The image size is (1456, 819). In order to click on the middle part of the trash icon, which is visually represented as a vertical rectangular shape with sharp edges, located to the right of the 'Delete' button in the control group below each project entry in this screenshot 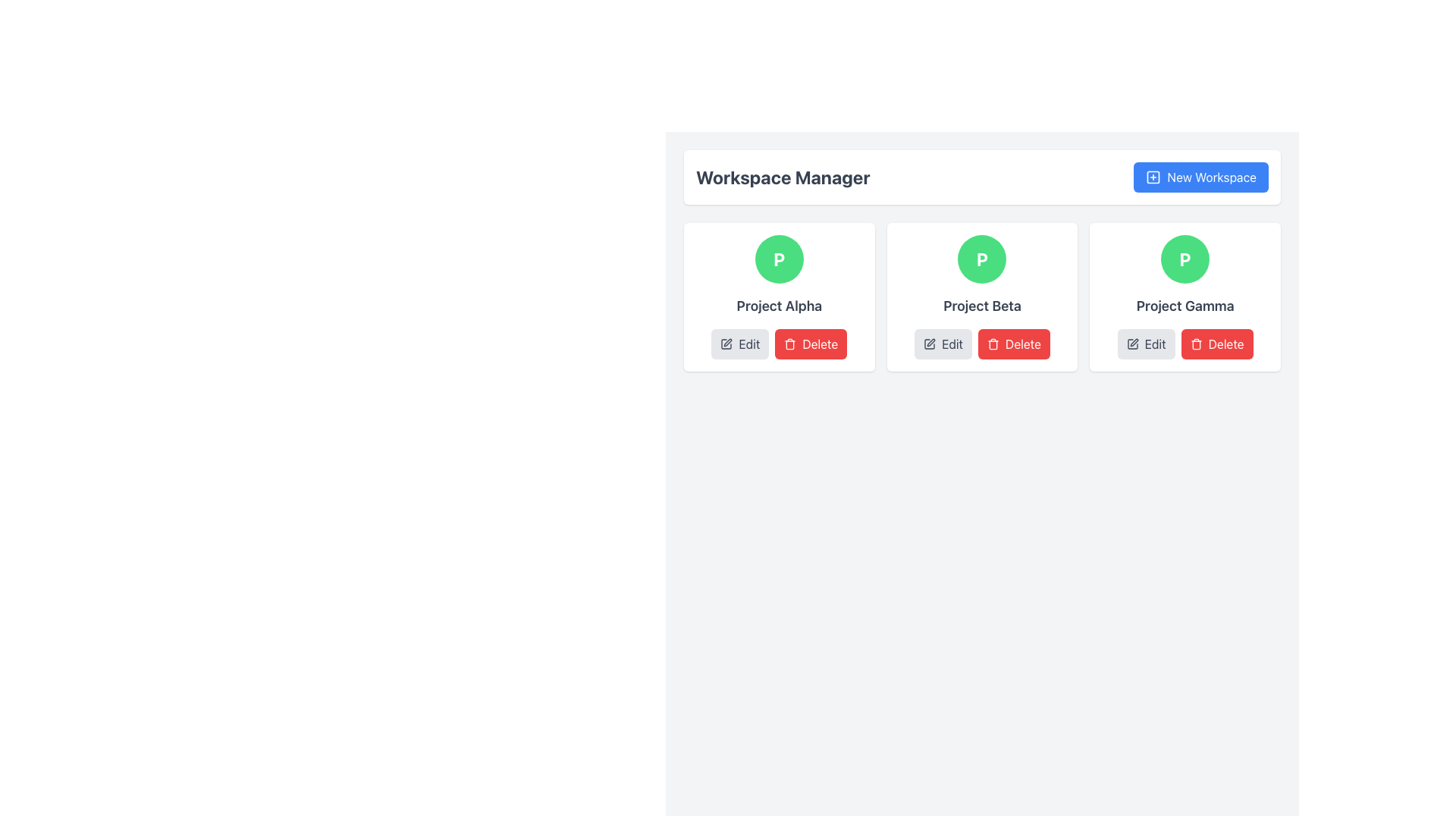, I will do `click(993, 345)`.